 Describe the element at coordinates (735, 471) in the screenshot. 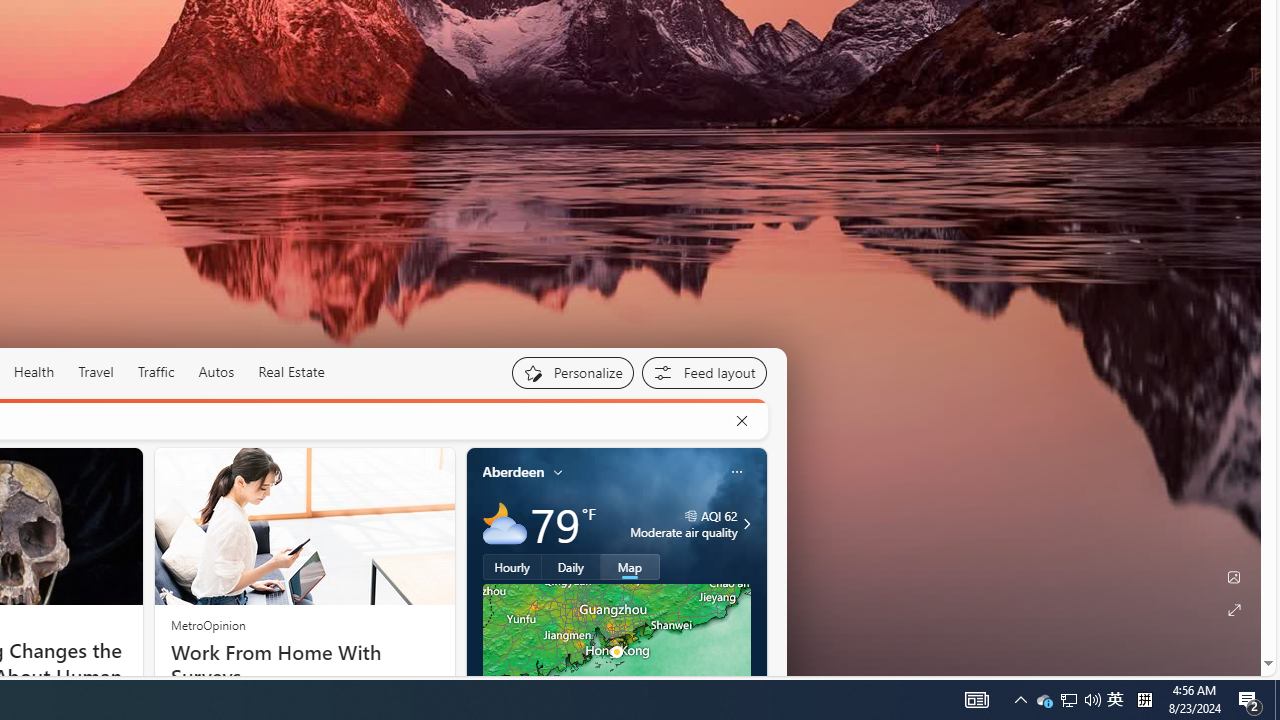

I see `'Class: icon-img'` at that location.